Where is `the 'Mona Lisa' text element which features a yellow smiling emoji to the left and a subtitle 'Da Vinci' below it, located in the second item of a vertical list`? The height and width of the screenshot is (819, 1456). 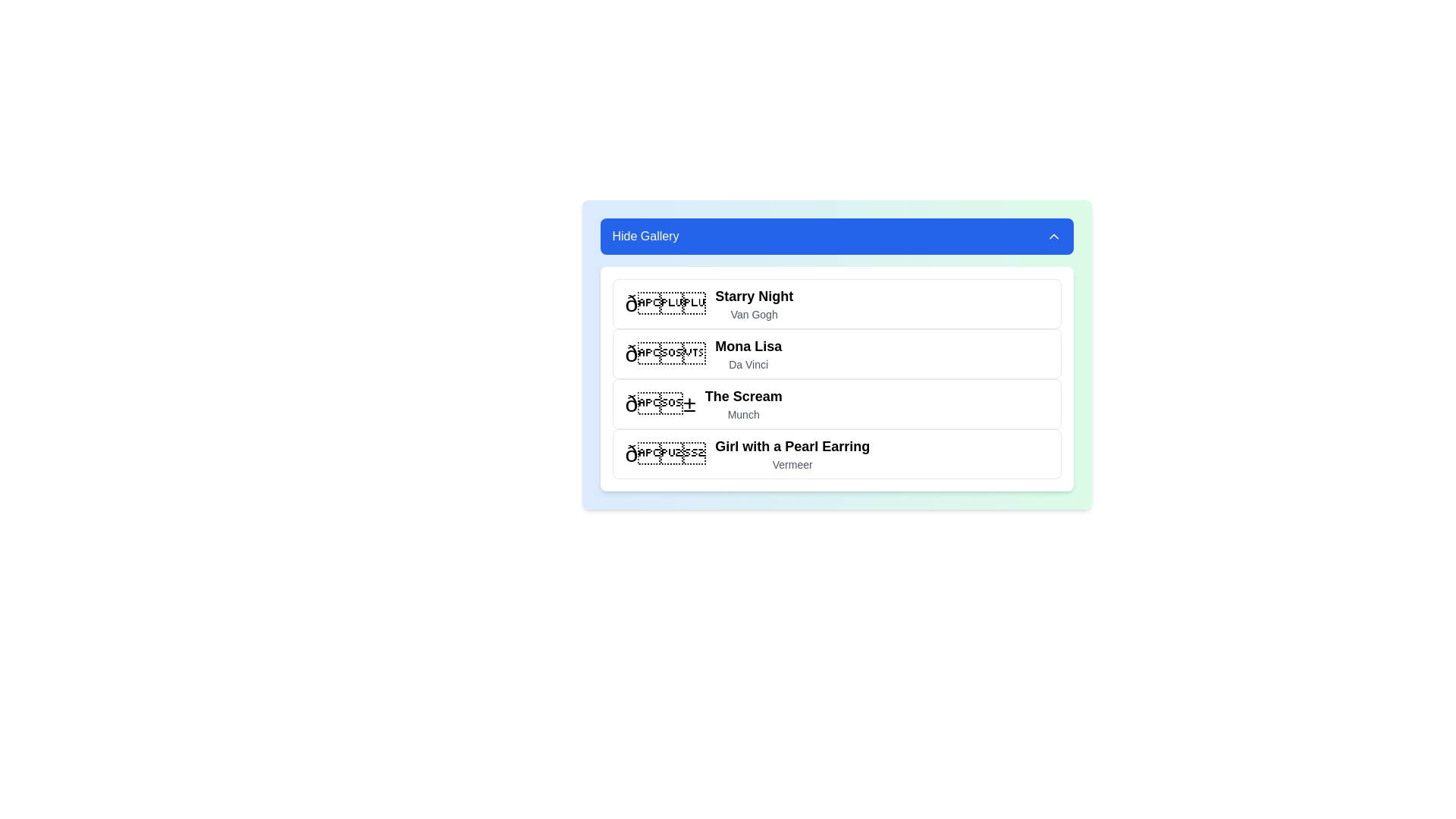 the 'Mona Lisa' text element which features a yellow smiling emoji to the left and a subtitle 'Da Vinci' below it, located in the second item of a vertical list is located at coordinates (701, 353).